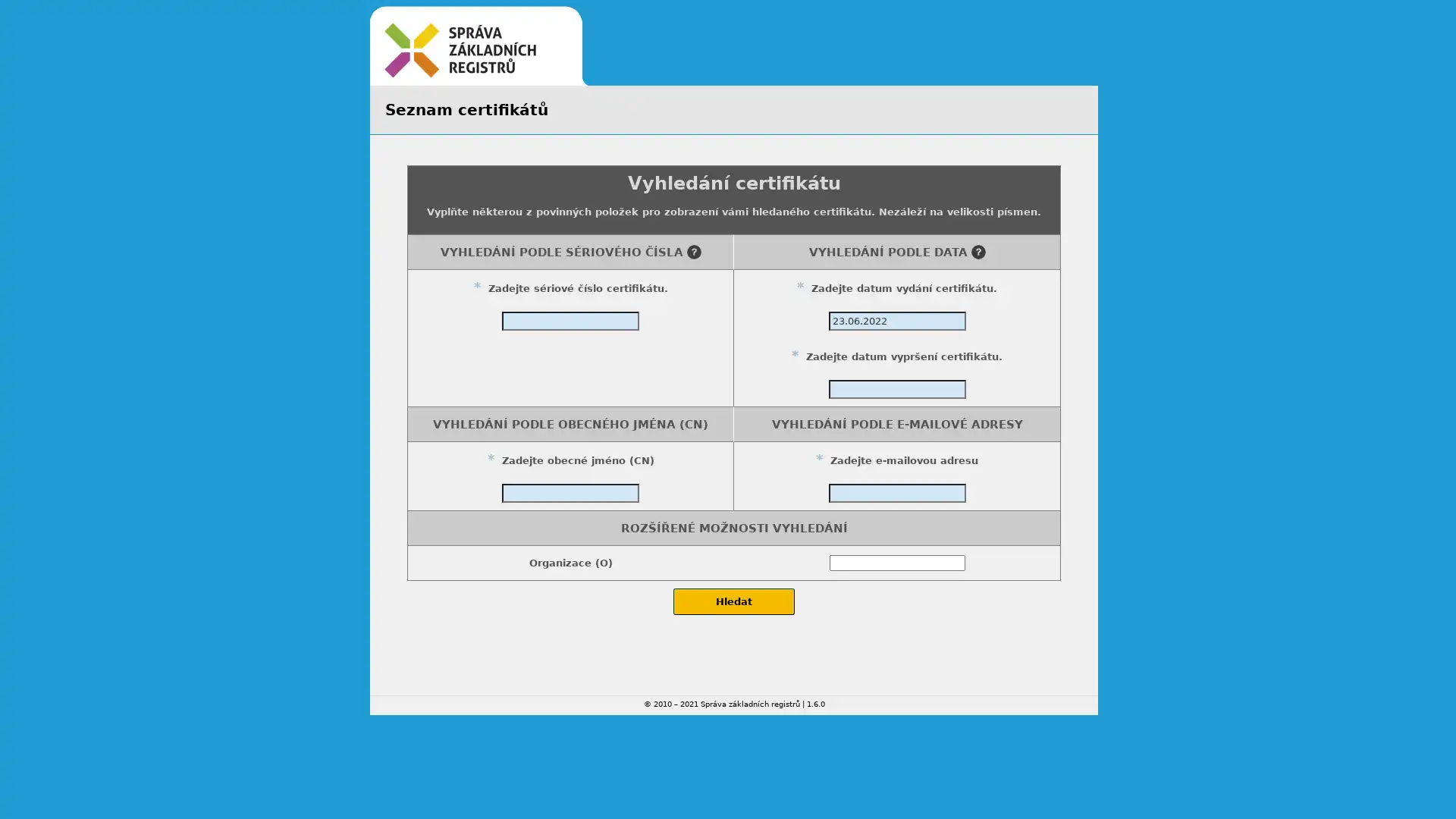 This screenshot has height=819, width=1456. Describe the element at coordinates (734, 601) in the screenshot. I see `Hledat` at that location.